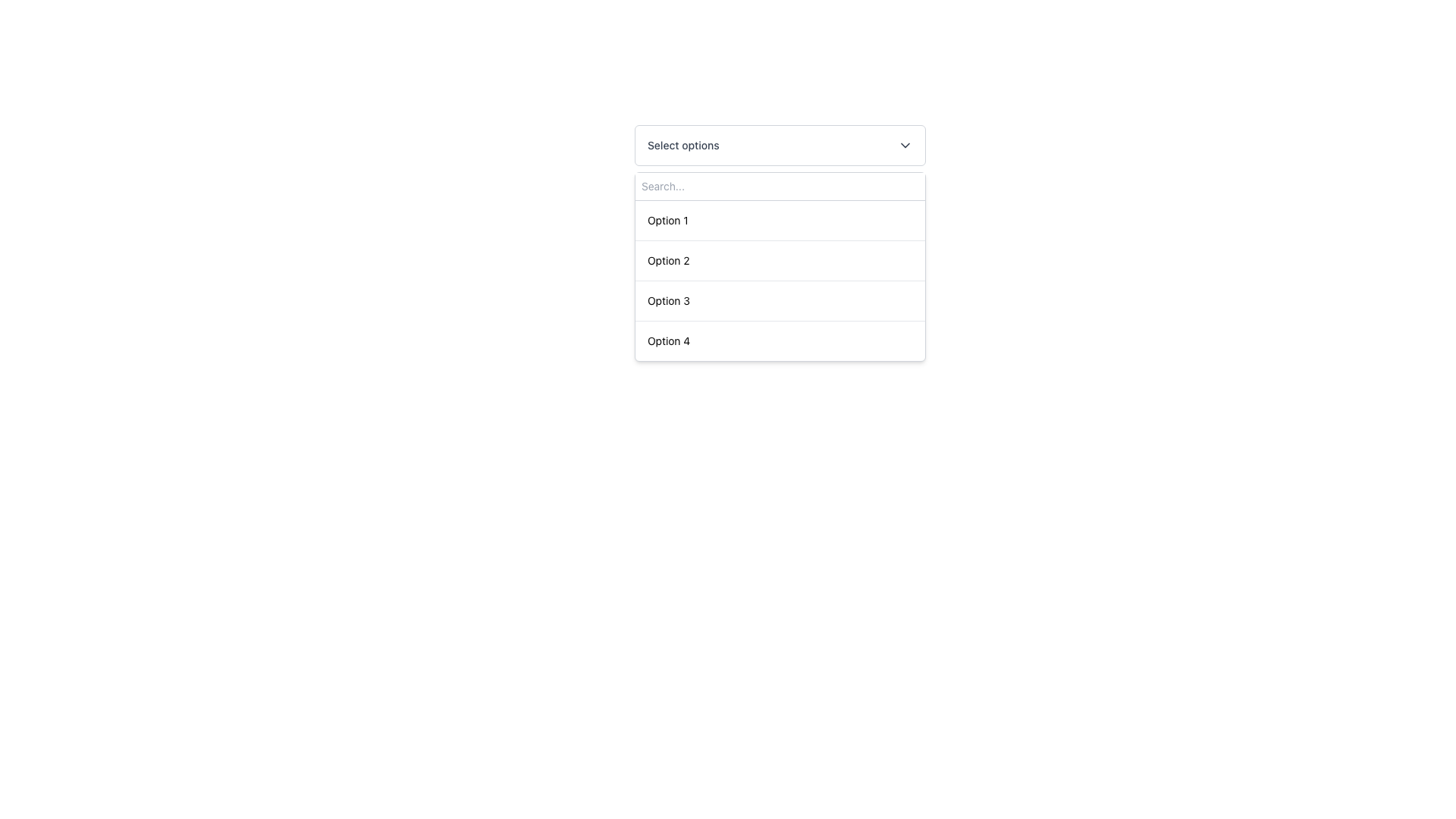  What do you see at coordinates (667, 259) in the screenshot?
I see `the second option 'Option 2' in the dropdown menu` at bounding box center [667, 259].